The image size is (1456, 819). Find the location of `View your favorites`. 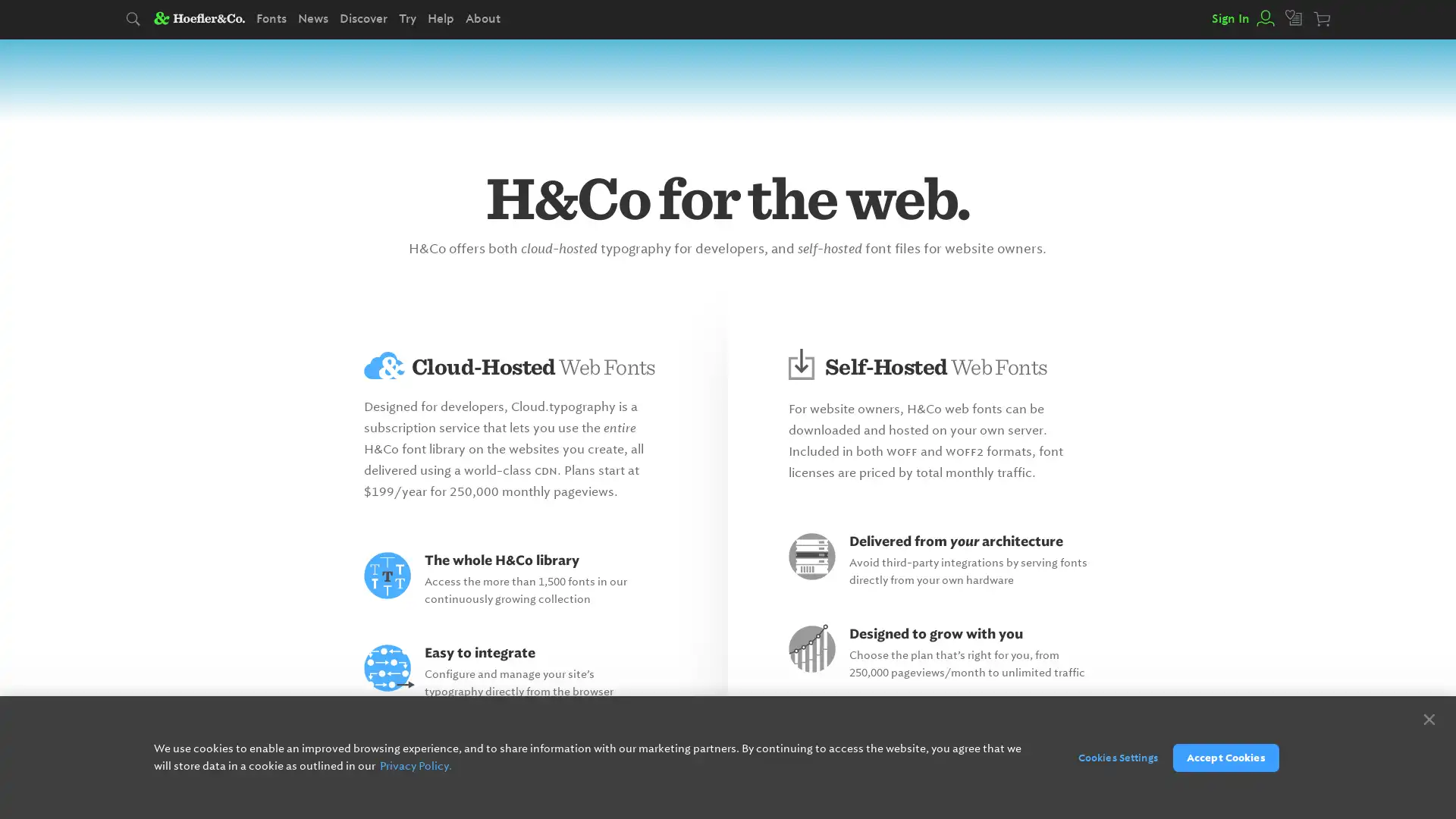

View your favorites is located at coordinates (1294, 18).